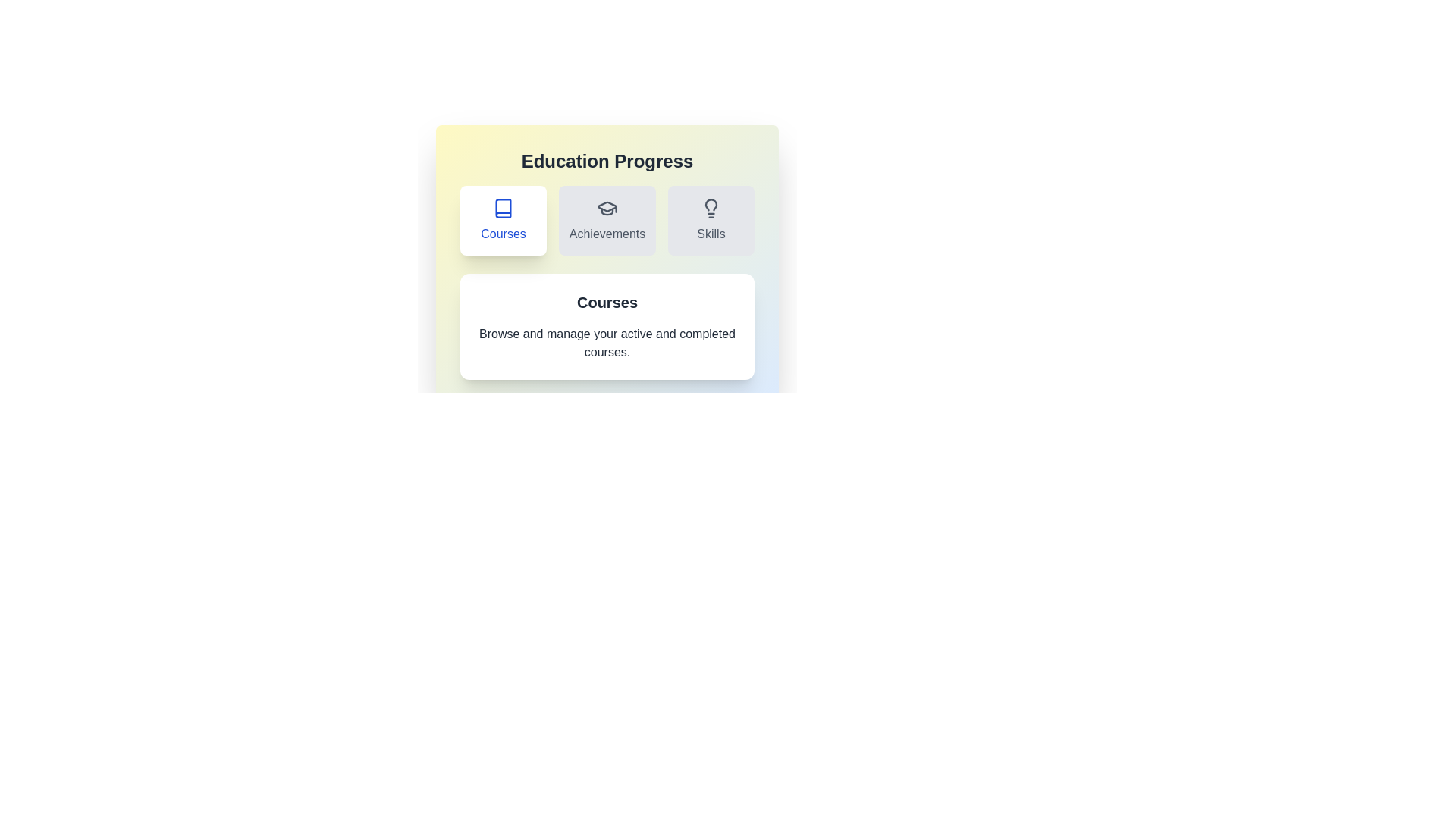 Image resolution: width=1456 pixels, height=819 pixels. I want to click on the Skills tab by clicking on its button, so click(710, 220).